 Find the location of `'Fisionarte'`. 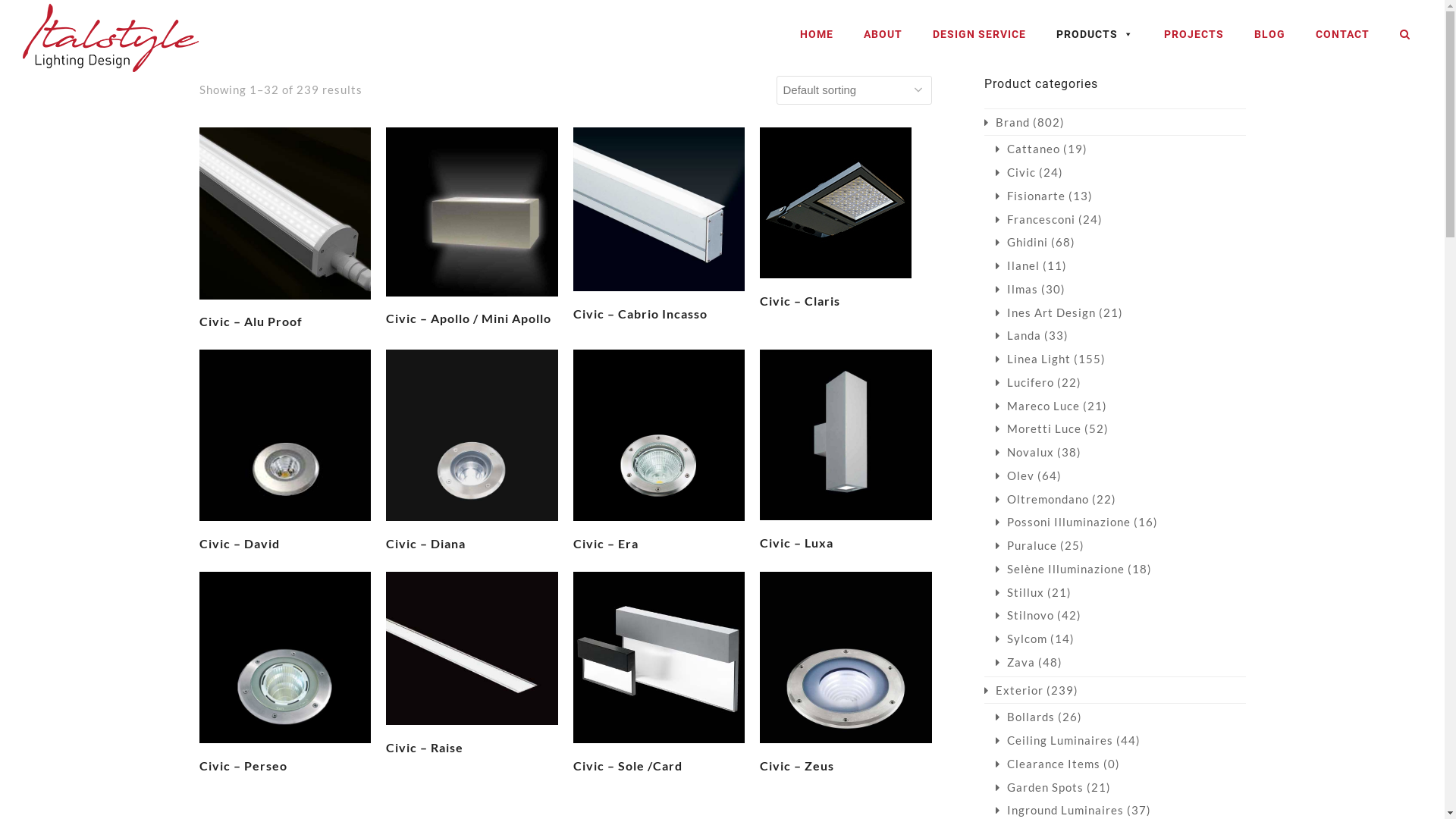

'Fisionarte' is located at coordinates (1030, 195).